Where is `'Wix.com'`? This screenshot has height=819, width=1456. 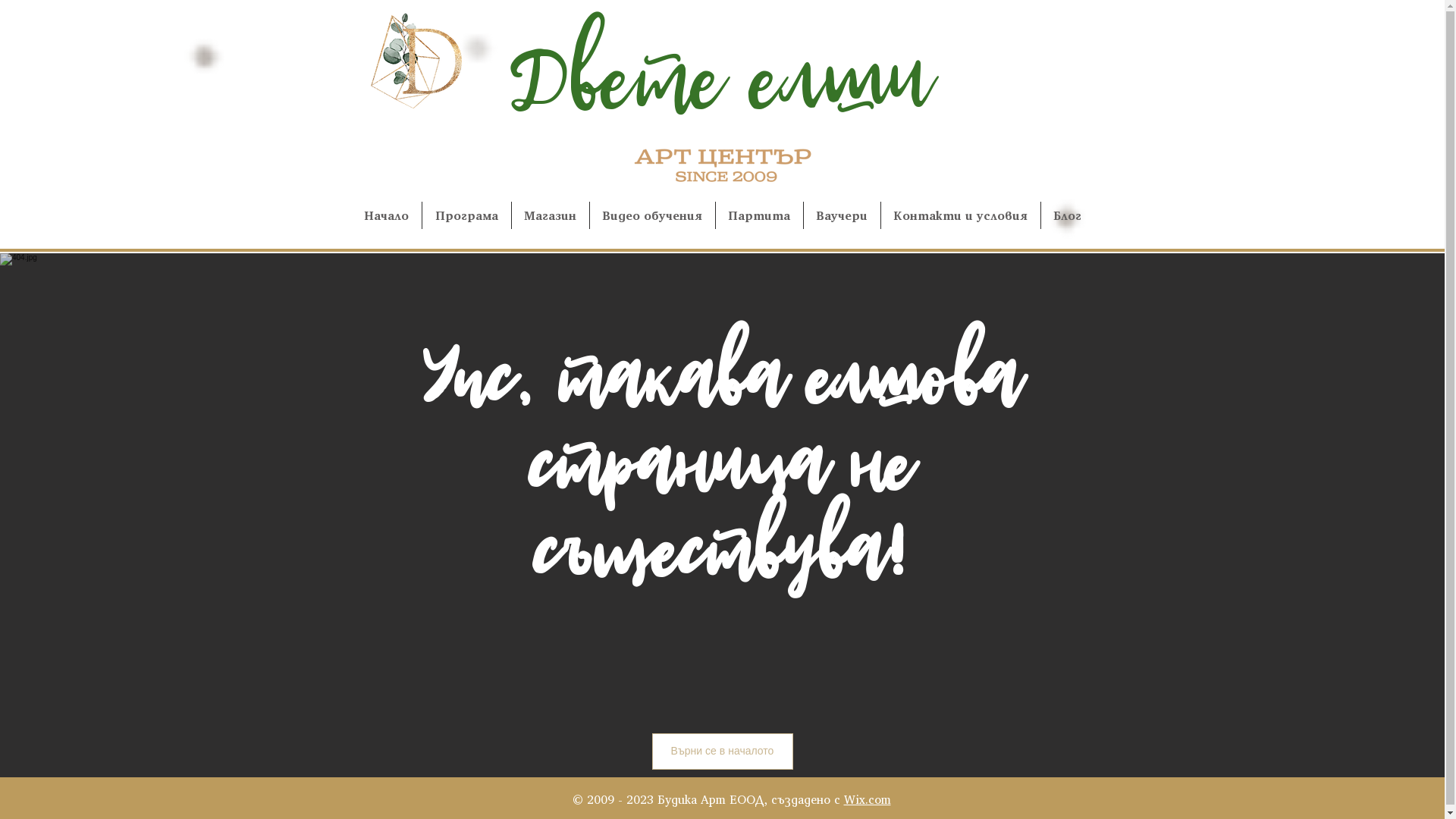
'Wix.com' is located at coordinates (866, 798).